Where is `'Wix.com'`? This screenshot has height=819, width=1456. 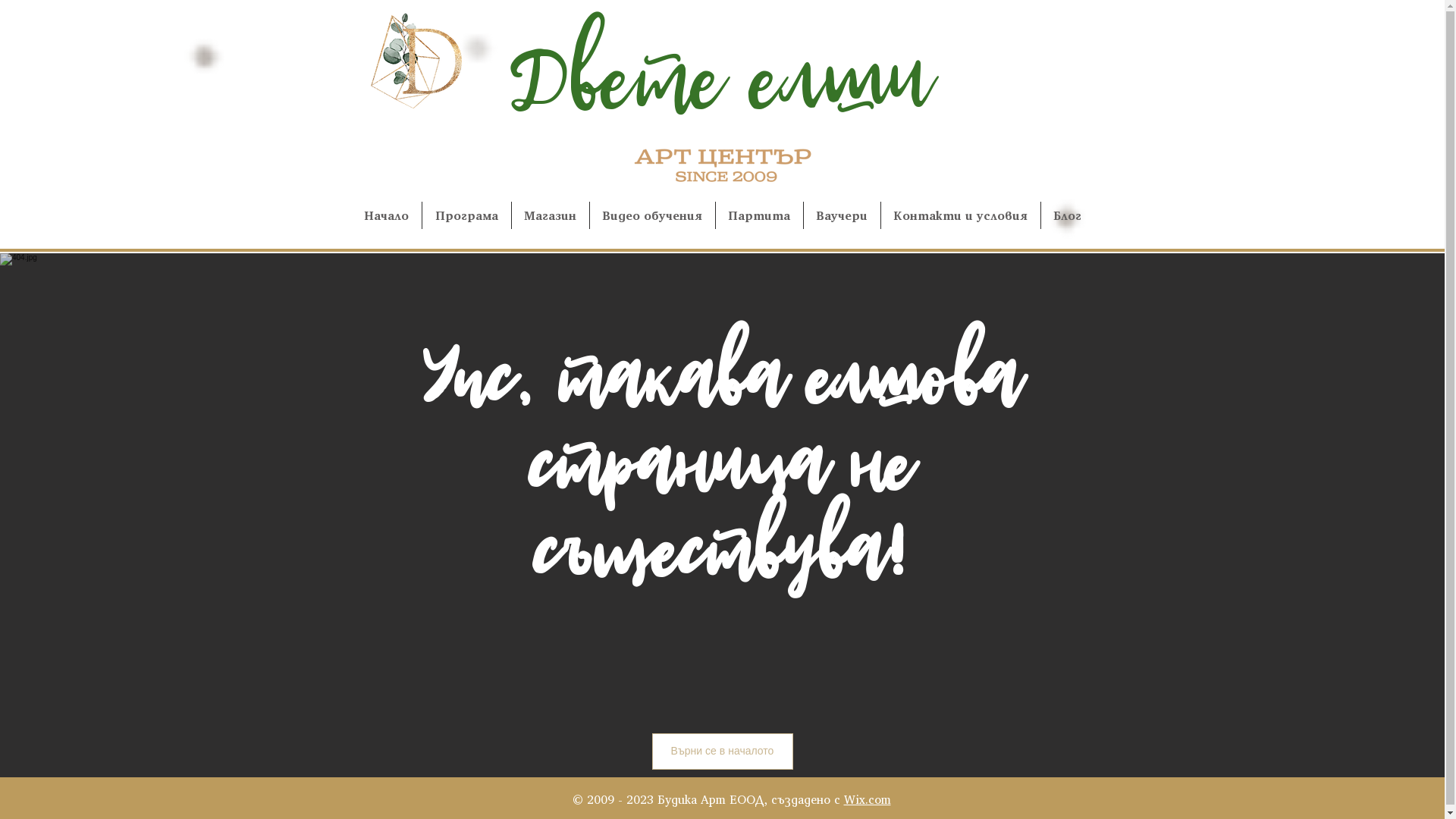
'Wix.com' is located at coordinates (866, 798).